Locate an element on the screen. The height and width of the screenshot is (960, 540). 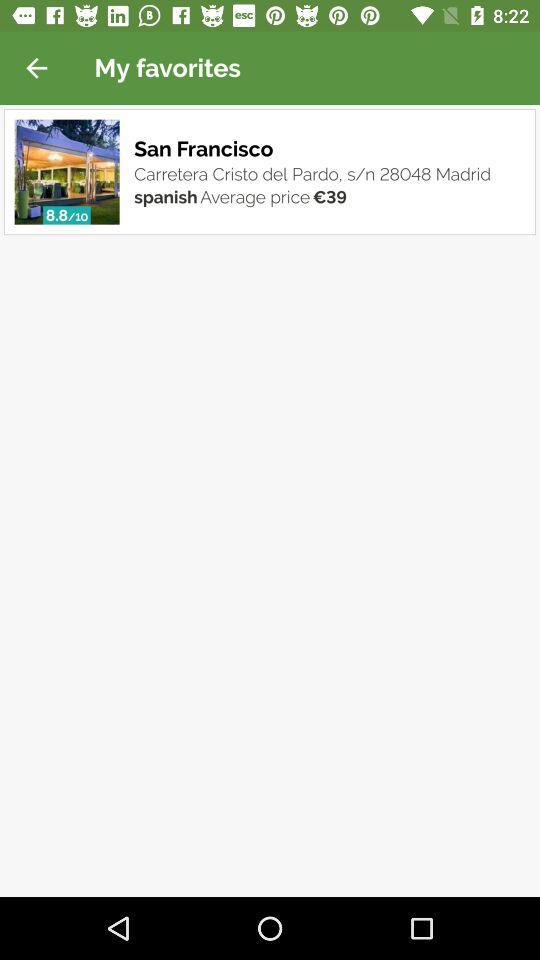
the item above the carretera cristo del is located at coordinates (205, 148).